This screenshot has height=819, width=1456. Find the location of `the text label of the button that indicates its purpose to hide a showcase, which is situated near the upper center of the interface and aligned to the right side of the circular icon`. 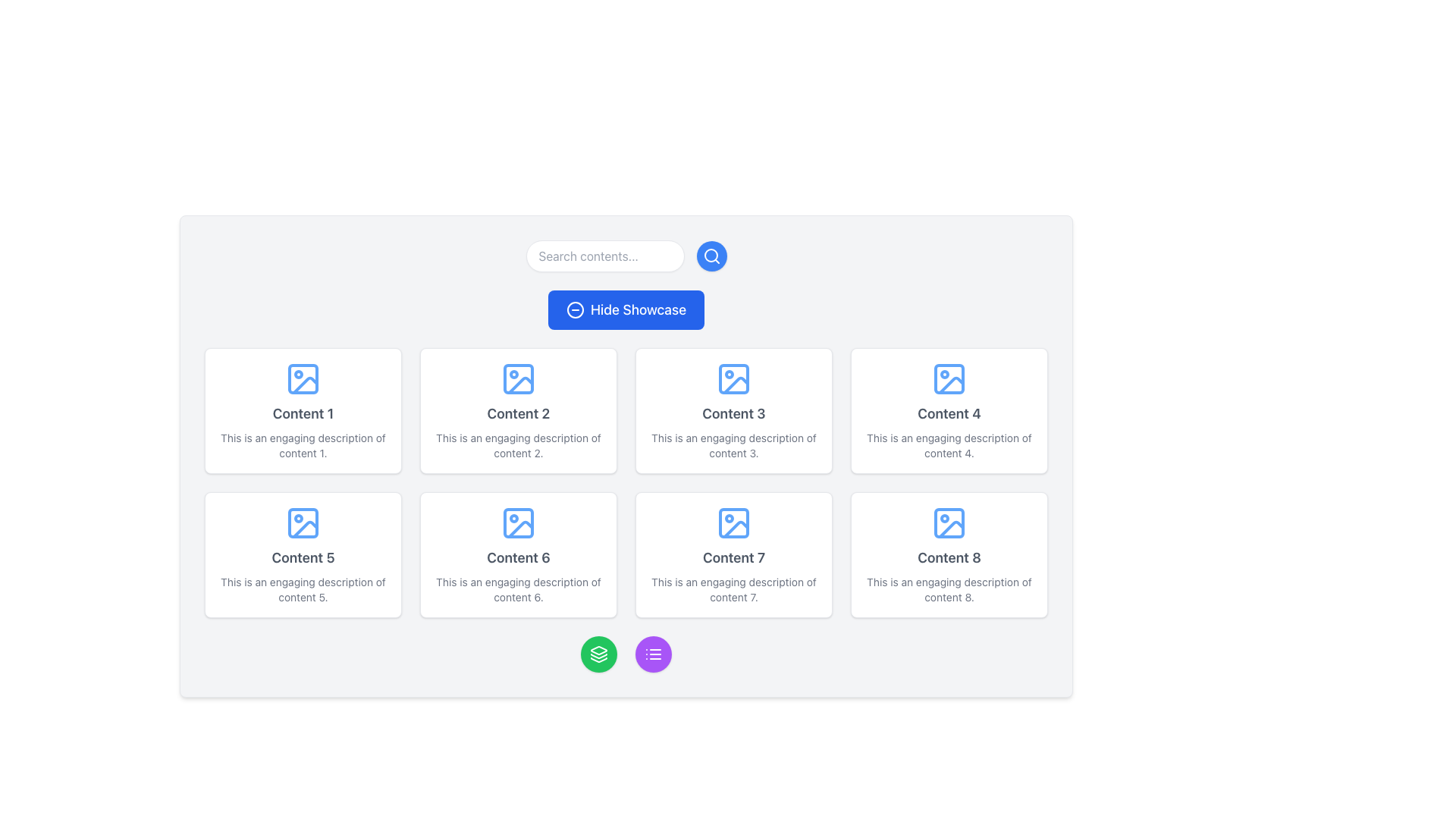

the text label of the button that indicates its purpose to hide a showcase, which is situated near the upper center of the interface and aligned to the right side of the circular icon is located at coordinates (638, 309).